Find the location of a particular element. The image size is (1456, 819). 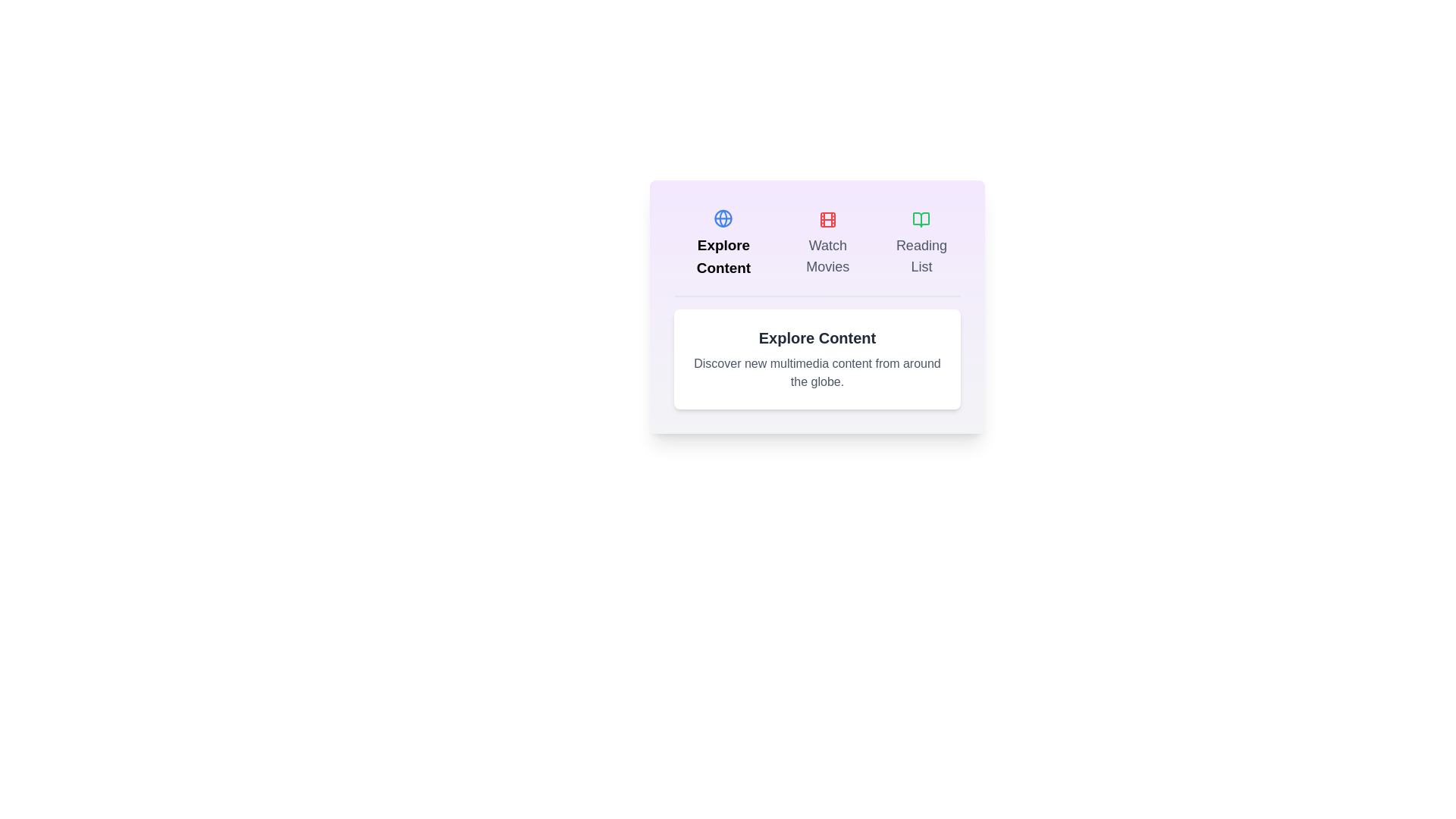

the button labeled Reading List to observe the visual feedback is located at coordinates (920, 243).